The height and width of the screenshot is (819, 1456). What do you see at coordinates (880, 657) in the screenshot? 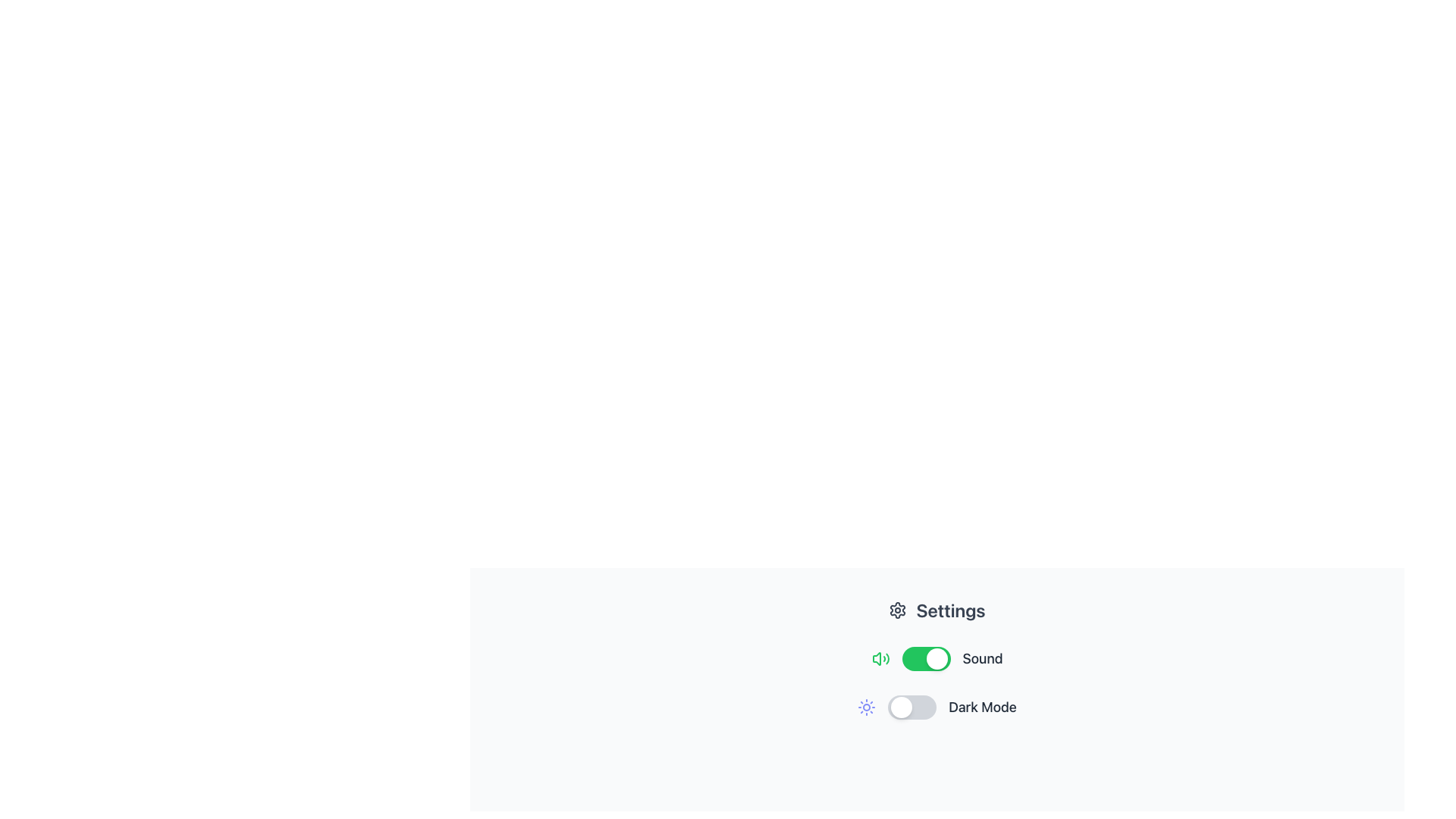
I see `the volume icon with sound waves, which is styled in green and located to the left of the 'Sound' toggle button` at bounding box center [880, 657].